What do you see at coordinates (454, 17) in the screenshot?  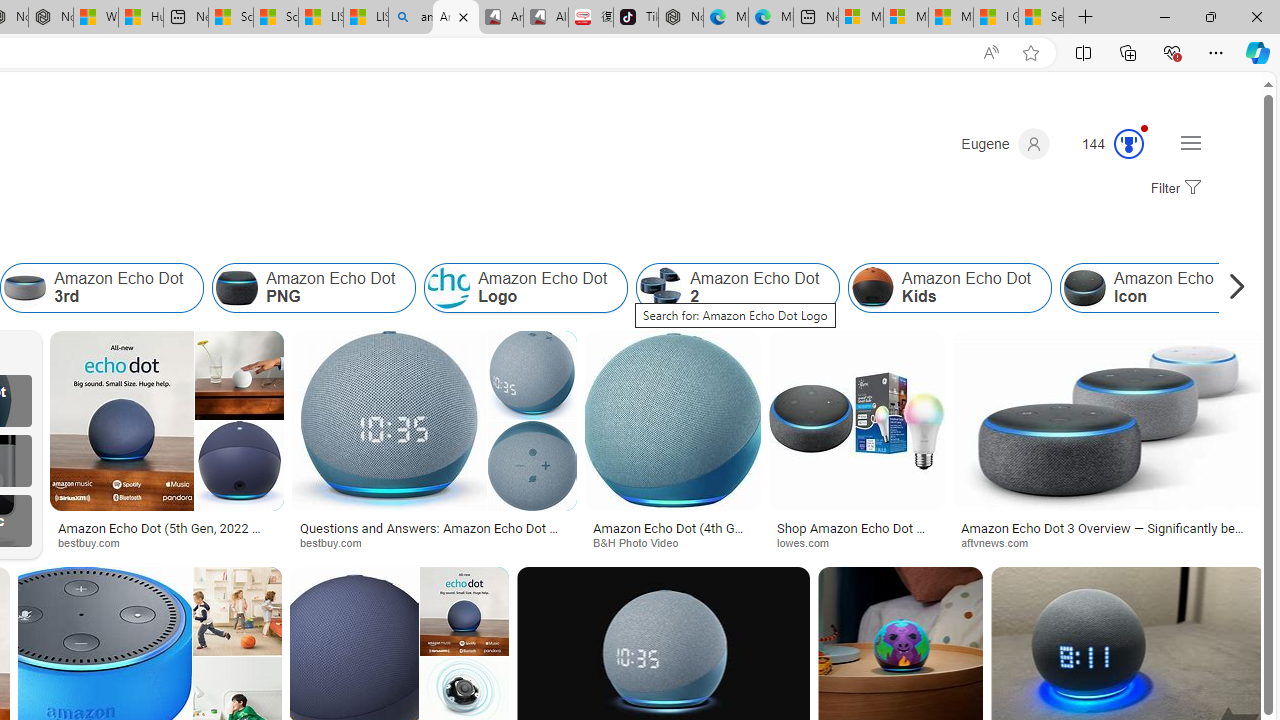 I see `'Amazon Echo Dot Colors - Search Images'` at bounding box center [454, 17].